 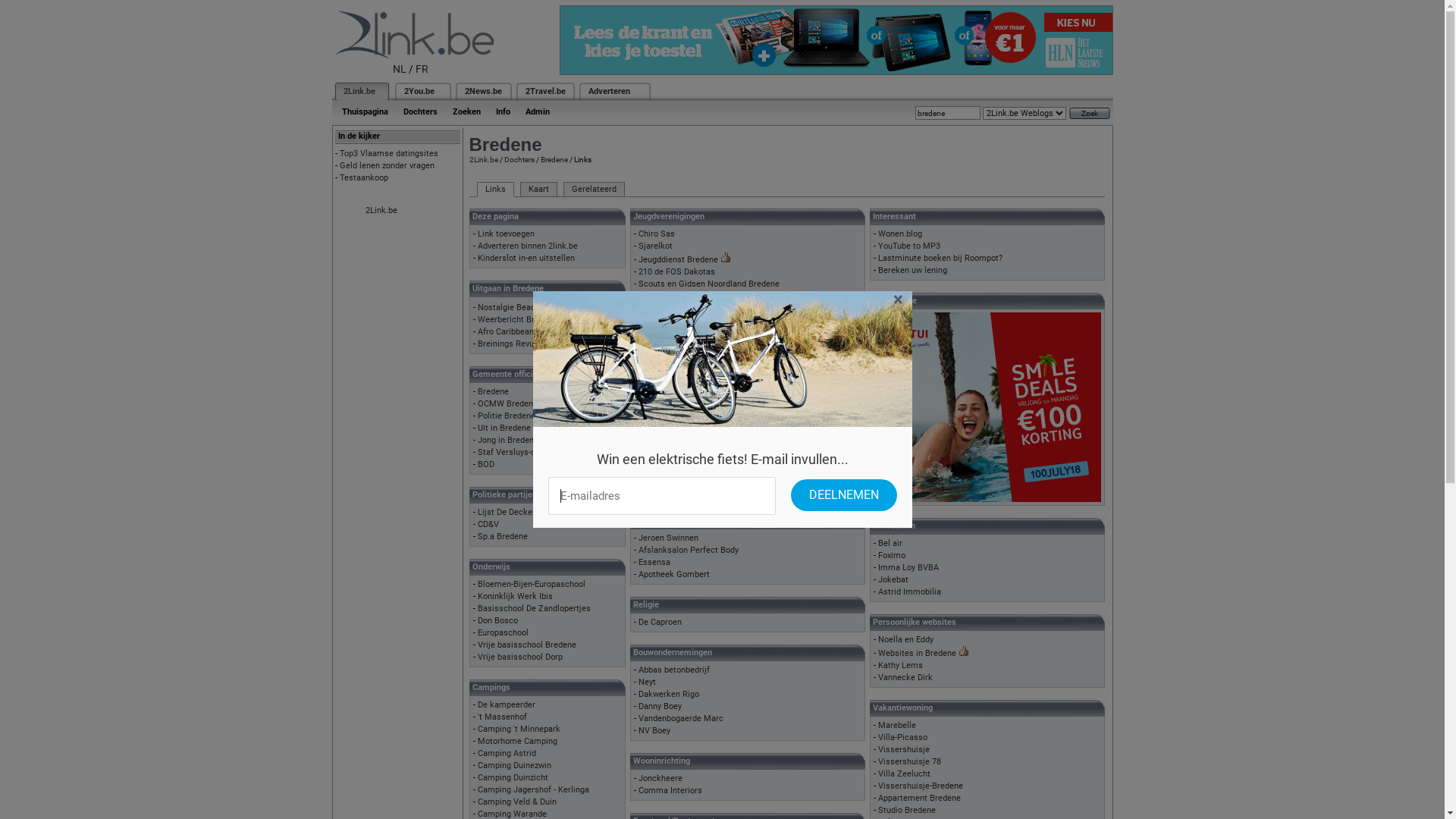 I want to click on 'Camping 't Minnepark', so click(x=519, y=728).